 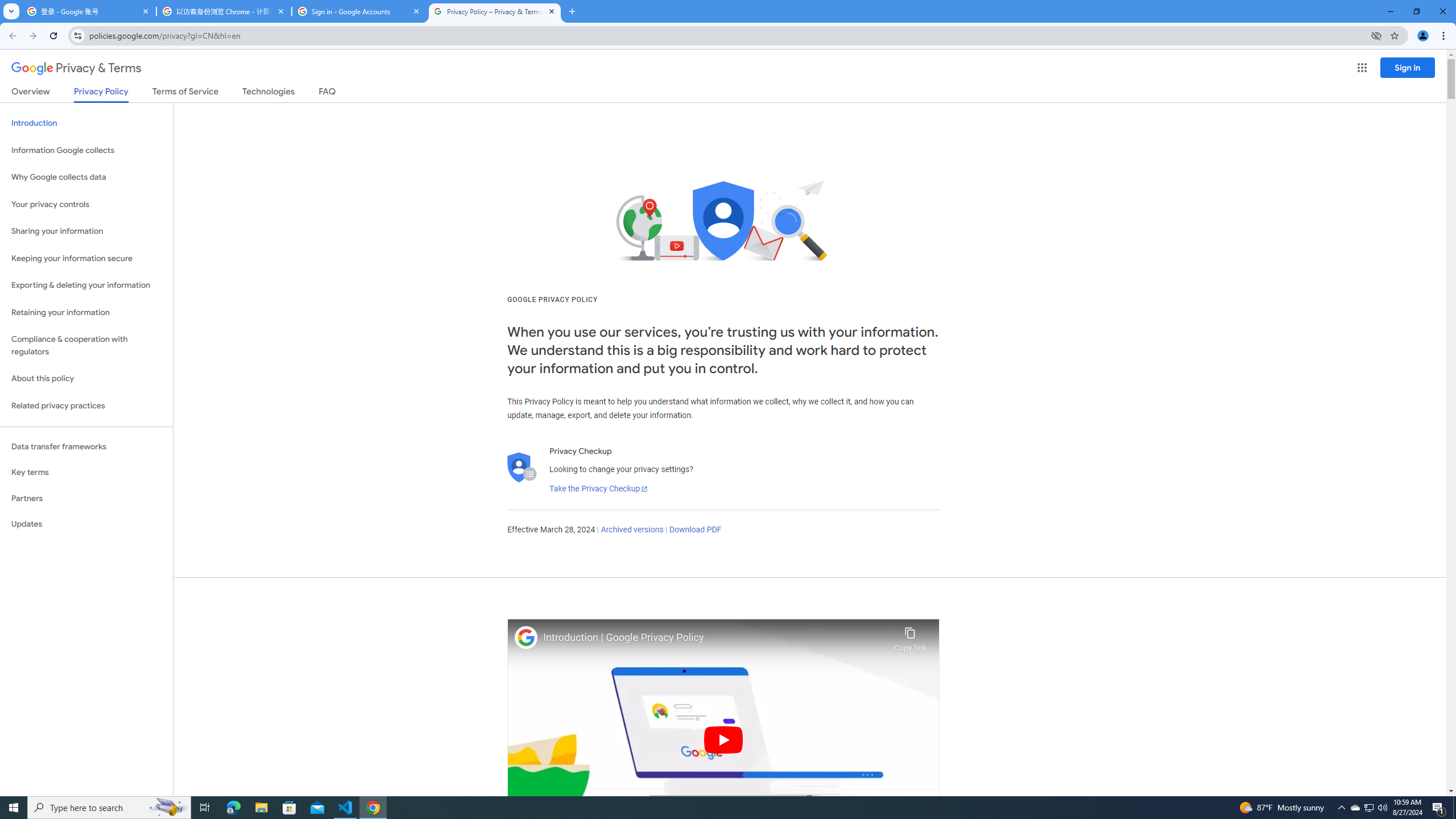 I want to click on 'About this policy', so click(x=86, y=379).